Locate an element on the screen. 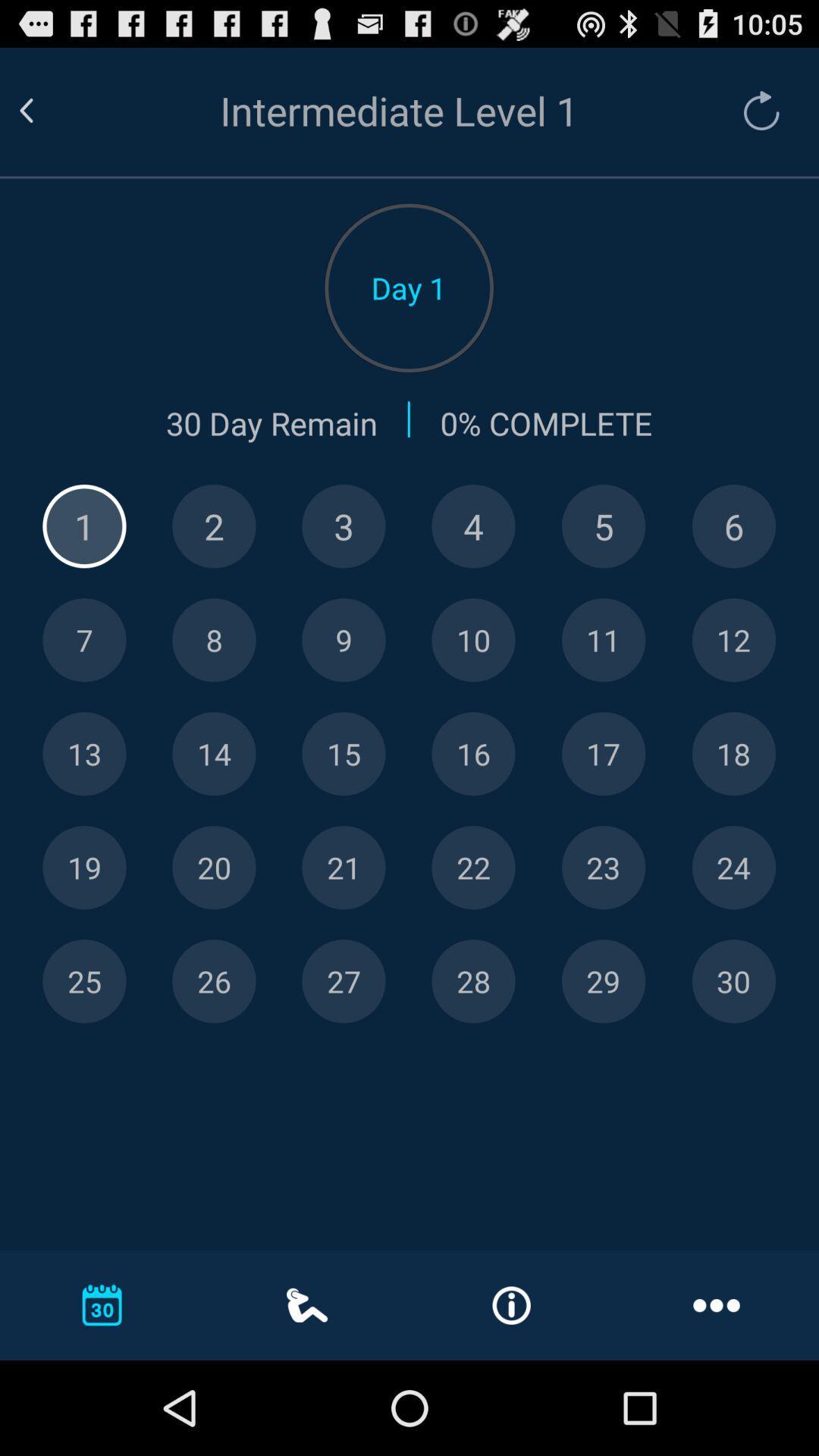 This screenshot has width=819, height=1456. twenty-seven number is located at coordinates (344, 981).